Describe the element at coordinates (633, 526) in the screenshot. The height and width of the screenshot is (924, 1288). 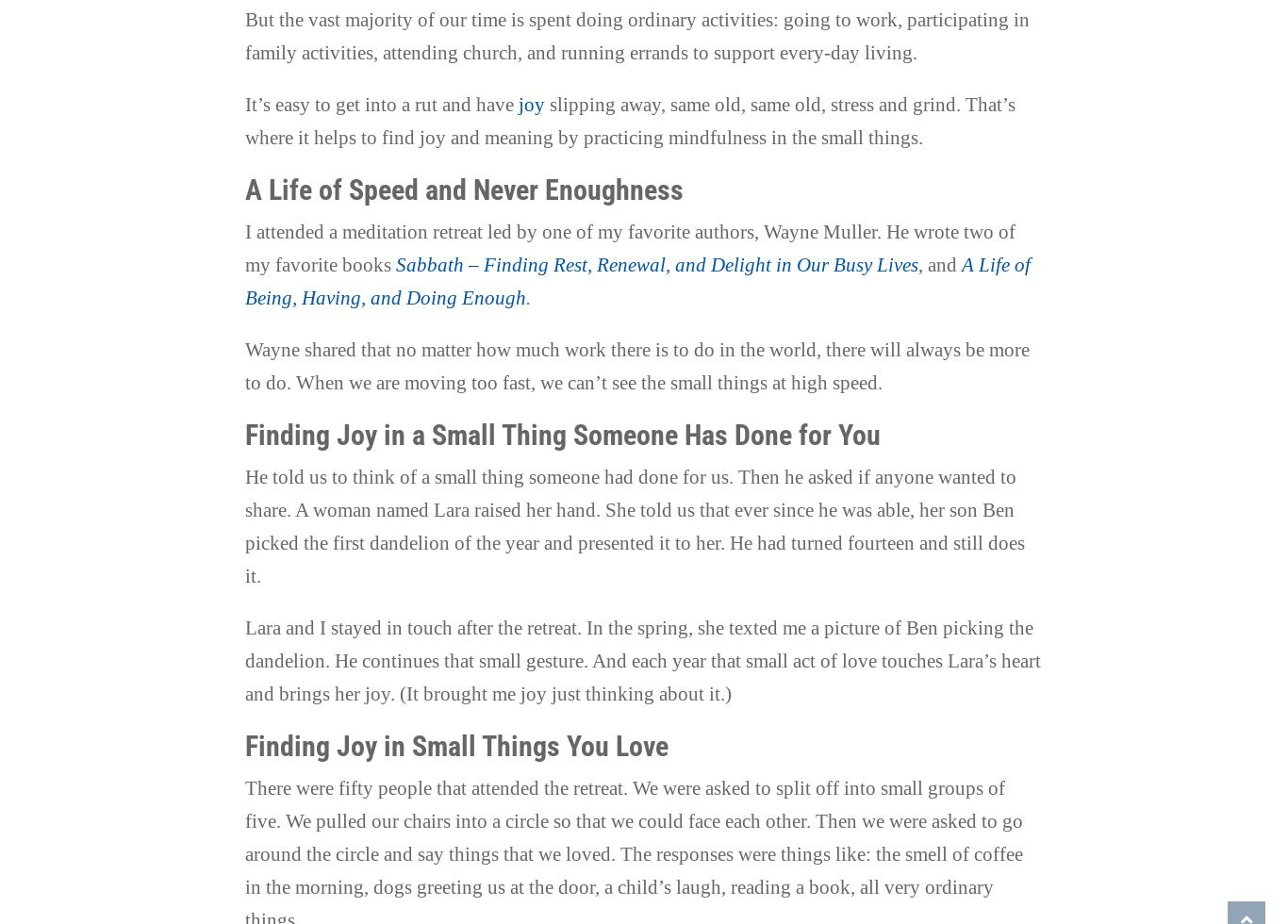
I see `'He told us to think of a small thing someone had done for us. Then he asked if anyone wanted to share. A woman named Lara raised her hand. She told us that ever since he was able, her son Ben picked the first dandelion of the year and presented it to her. He had turned fourteen and still does it.'` at that location.